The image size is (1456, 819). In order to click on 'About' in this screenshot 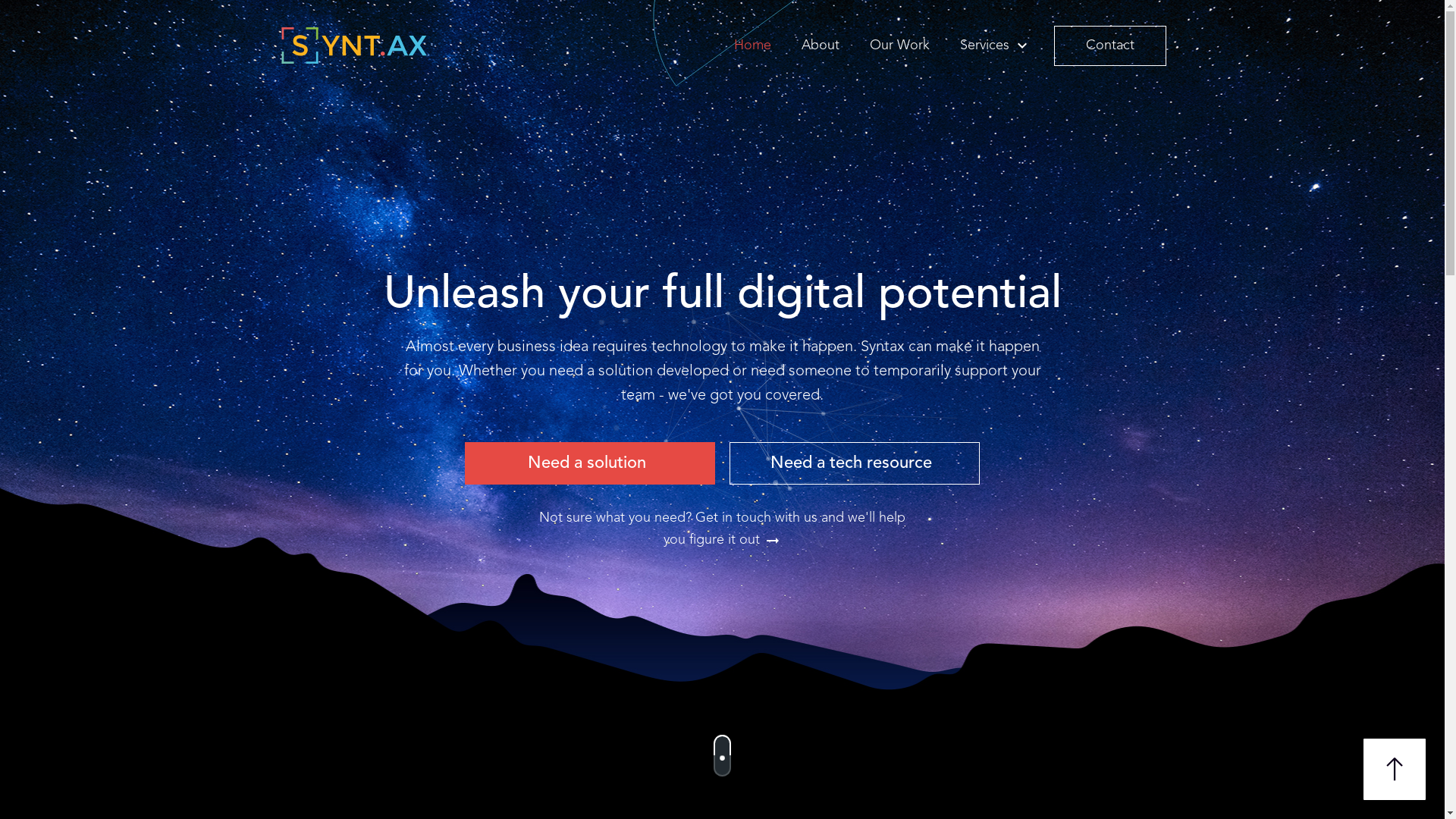, I will do `click(796, 44)`.